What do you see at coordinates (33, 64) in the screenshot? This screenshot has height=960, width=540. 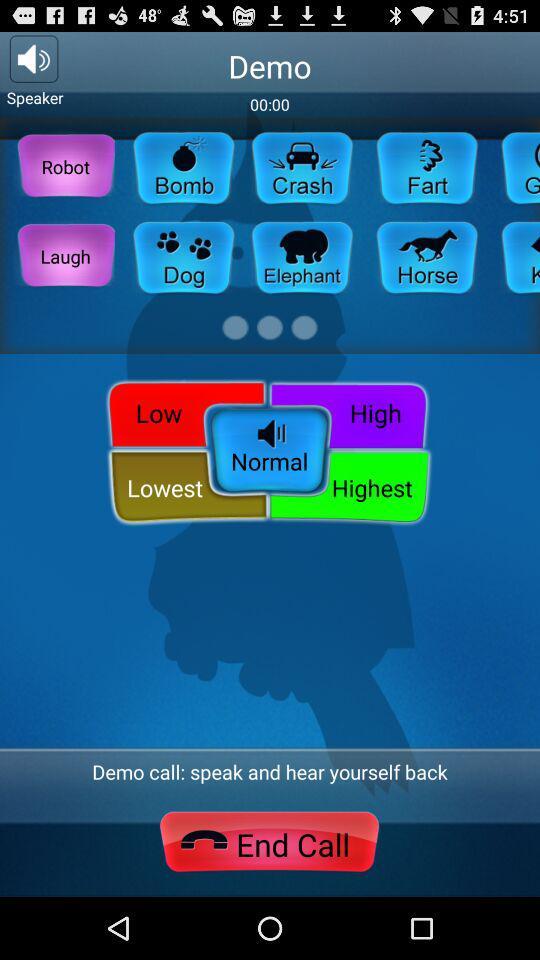 I see `the volume icon` at bounding box center [33, 64].